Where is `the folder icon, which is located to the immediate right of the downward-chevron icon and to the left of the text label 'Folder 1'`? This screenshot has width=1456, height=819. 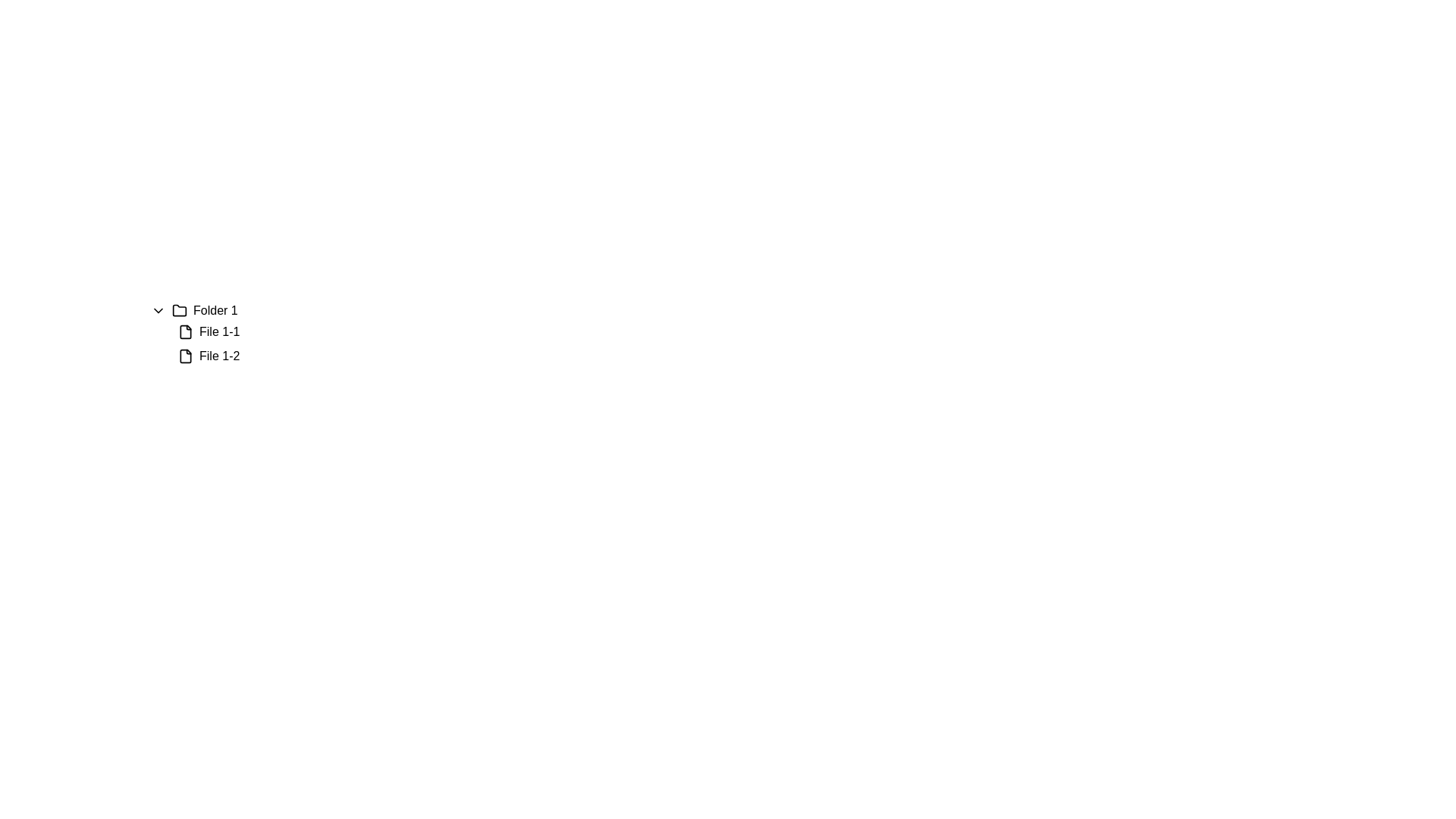
the folder icon, which is located to the immediate right of the downward-chevron icon and to the left of the text label 'Folder 1' is located at coordinates (179, 309).